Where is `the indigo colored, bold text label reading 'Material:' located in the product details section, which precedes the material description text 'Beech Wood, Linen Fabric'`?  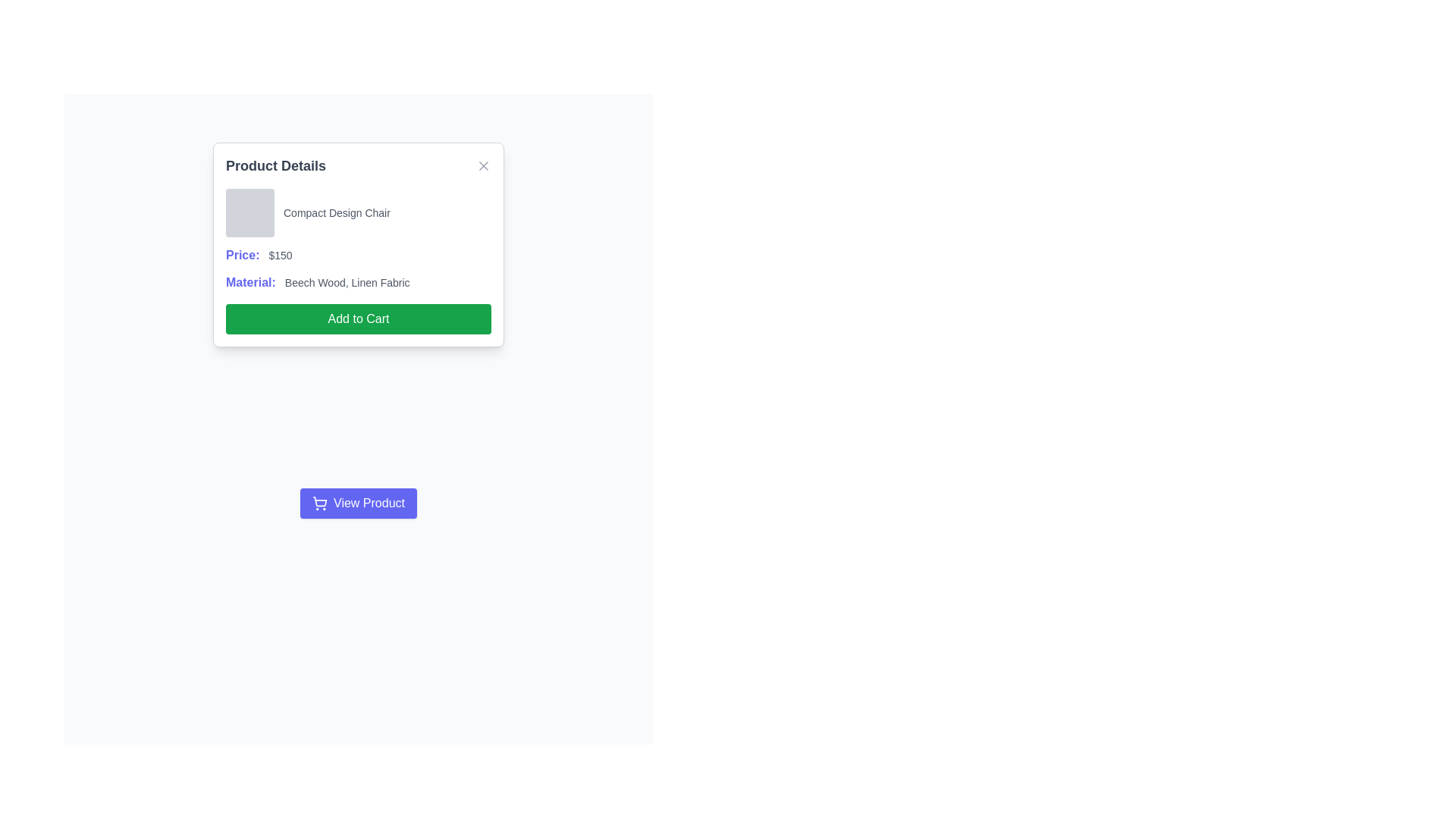 the indigo colored, bold text label reading 'Material:' located in the product details section, which precedes the material description text 'Beech Wood, Linen Fabric' is located at coordinates (250, 283).